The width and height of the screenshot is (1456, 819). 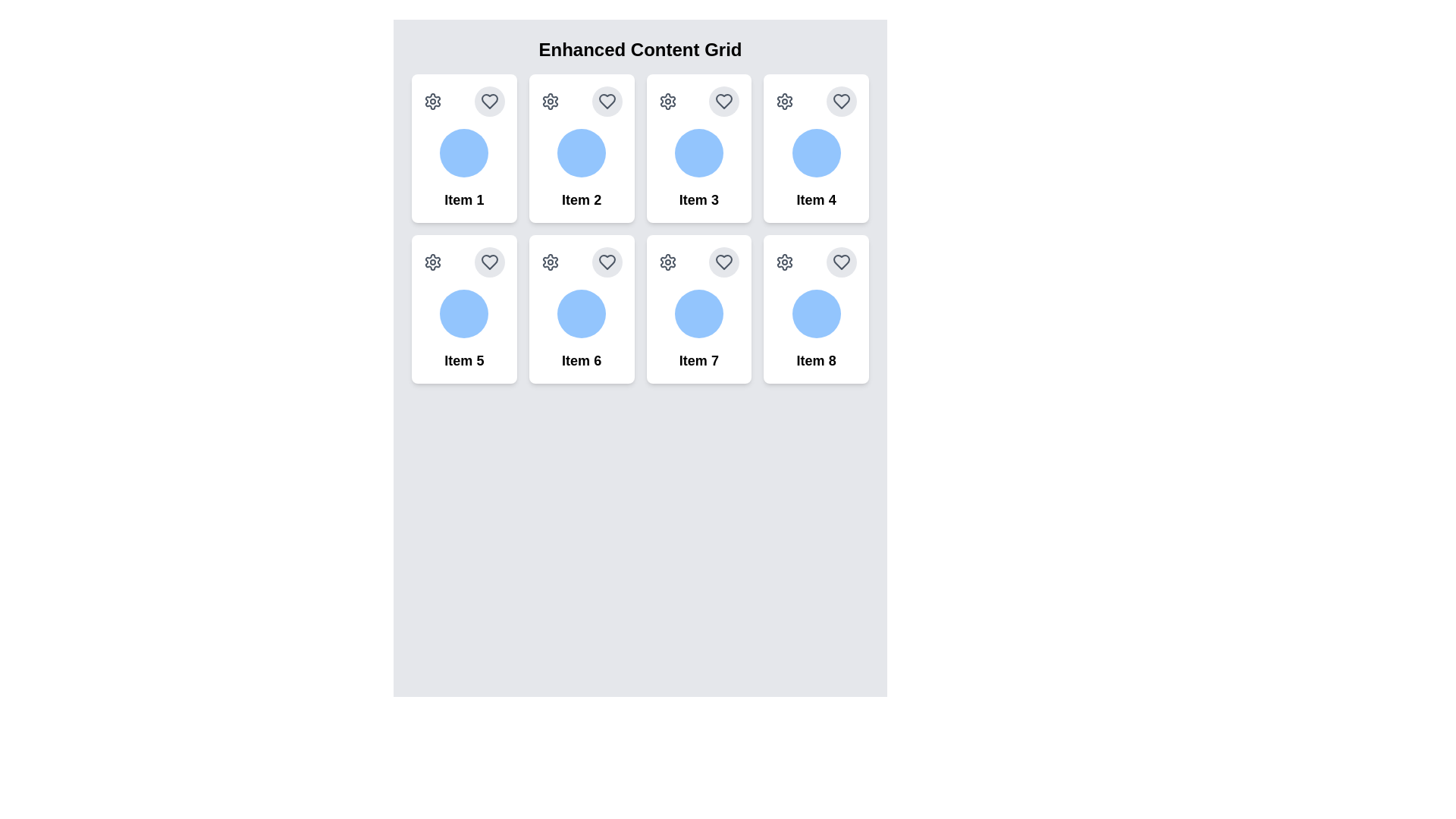 What do you see at coordinates (723, 102) in the screenshot?
I see `the heart icon located in the upper right corner of the 'Item 3' card to favorite the item` at bounding box center [723, 102].